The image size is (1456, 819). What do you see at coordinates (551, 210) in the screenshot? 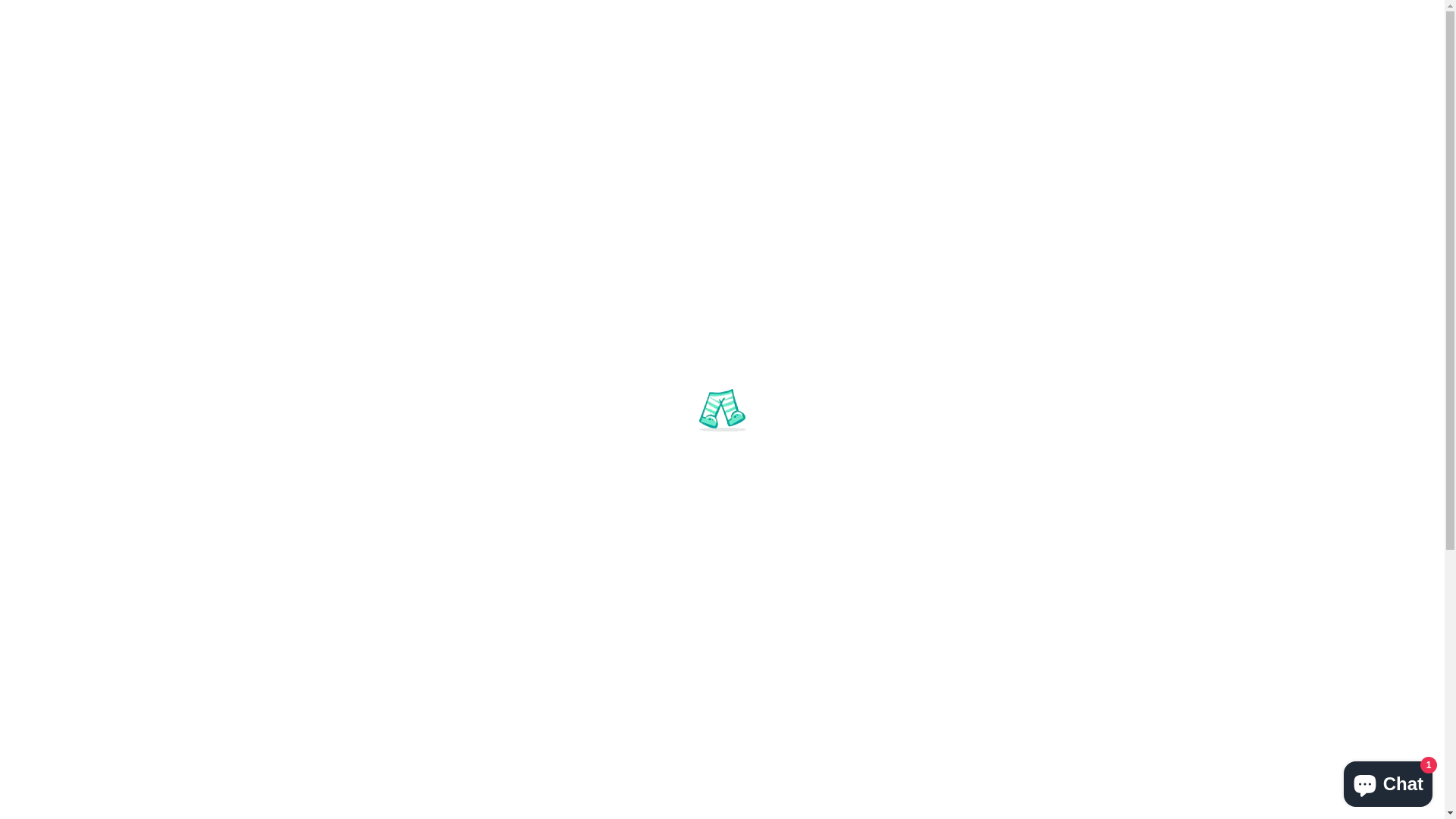
I see `'SHOP OUR RANGE'` at bounding box center [551, 210].